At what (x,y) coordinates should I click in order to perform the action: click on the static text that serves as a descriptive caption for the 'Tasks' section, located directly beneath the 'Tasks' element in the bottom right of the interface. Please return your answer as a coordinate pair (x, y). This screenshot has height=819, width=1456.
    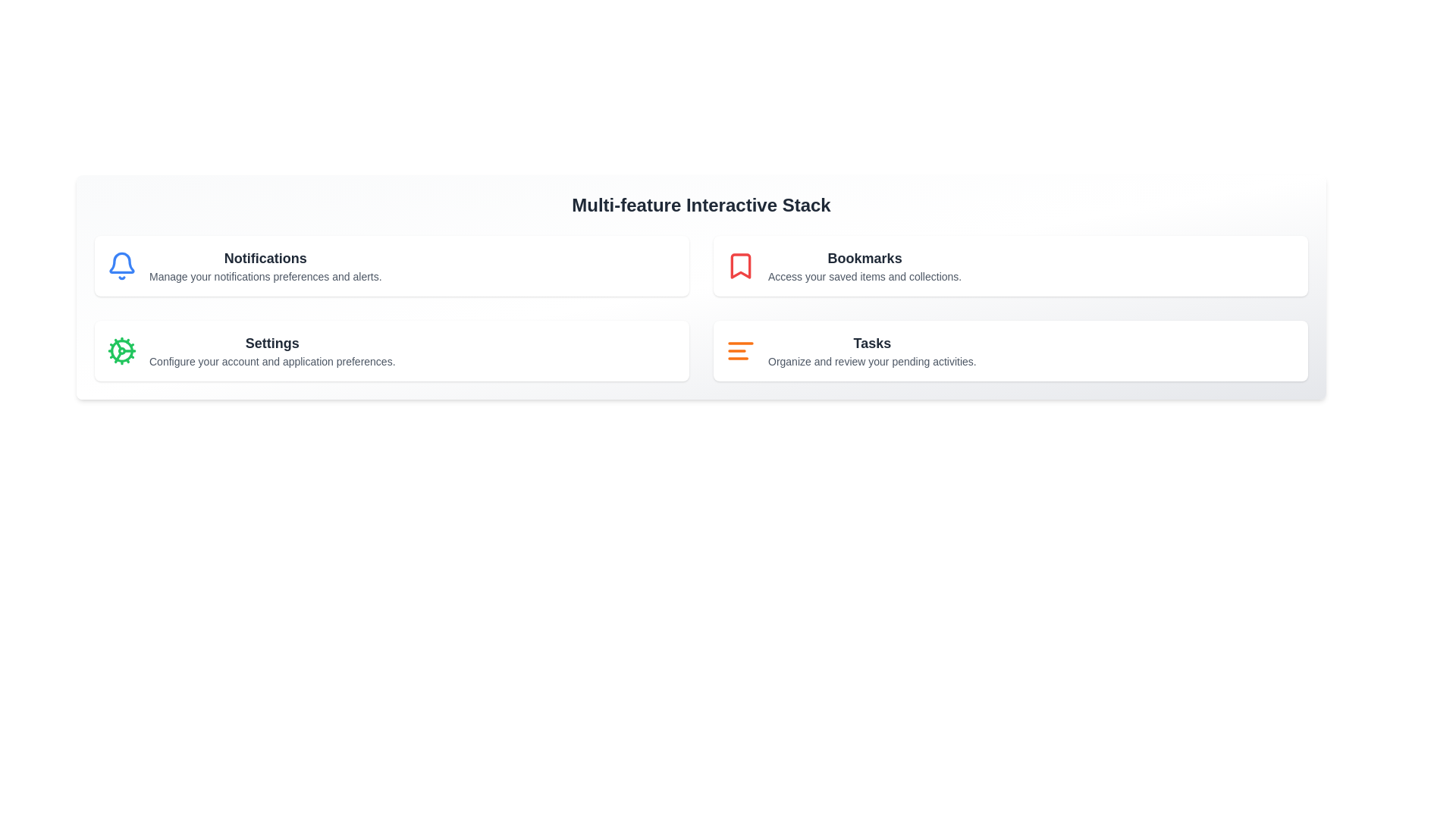
    Looking at the image, I should click on (872, 362).